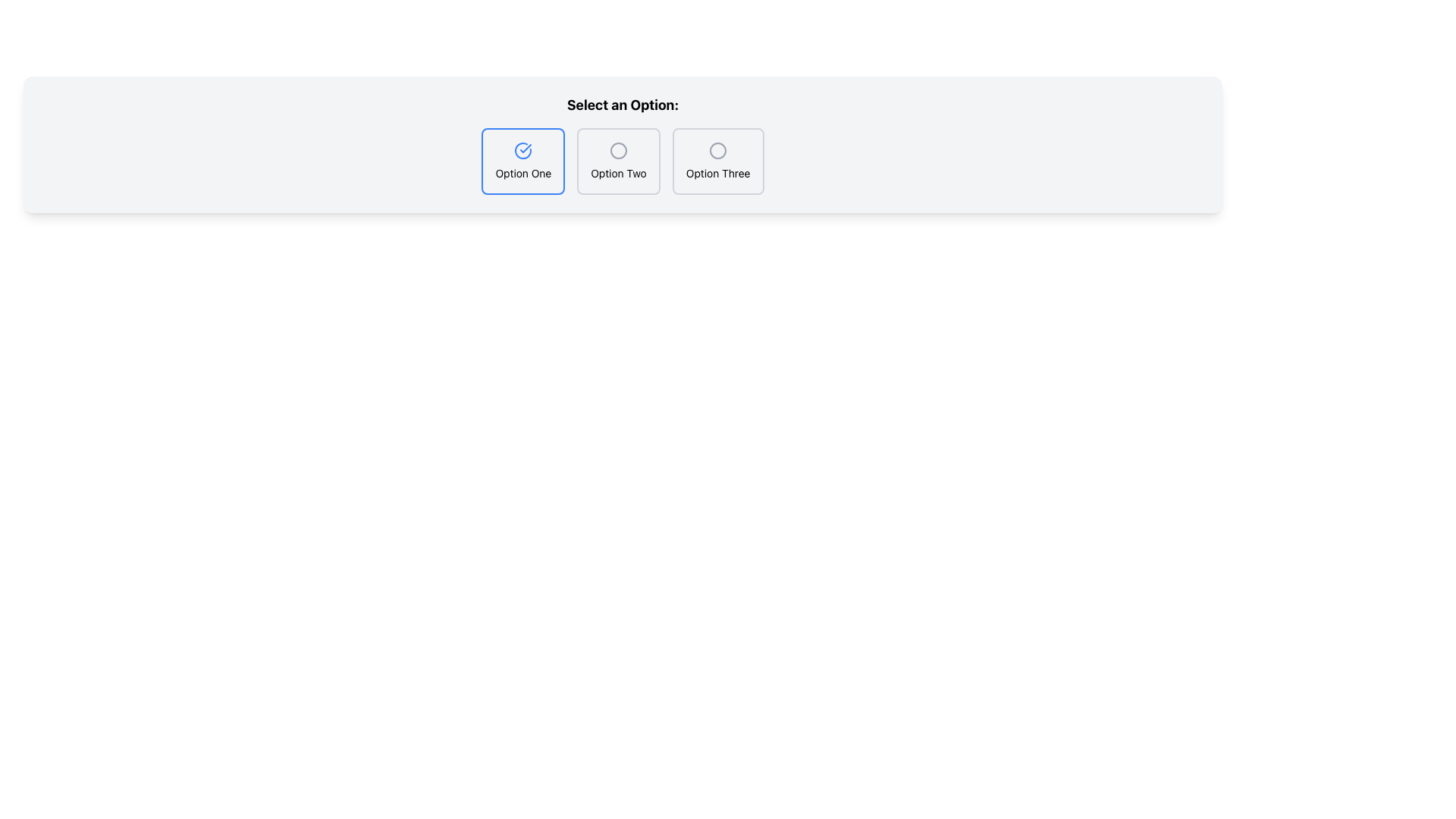  I want to click on the state of the circular outline icon indicating the selection option within the 'Option Three' button, located on the right side of the horizontal selection group, so click(717, 151).